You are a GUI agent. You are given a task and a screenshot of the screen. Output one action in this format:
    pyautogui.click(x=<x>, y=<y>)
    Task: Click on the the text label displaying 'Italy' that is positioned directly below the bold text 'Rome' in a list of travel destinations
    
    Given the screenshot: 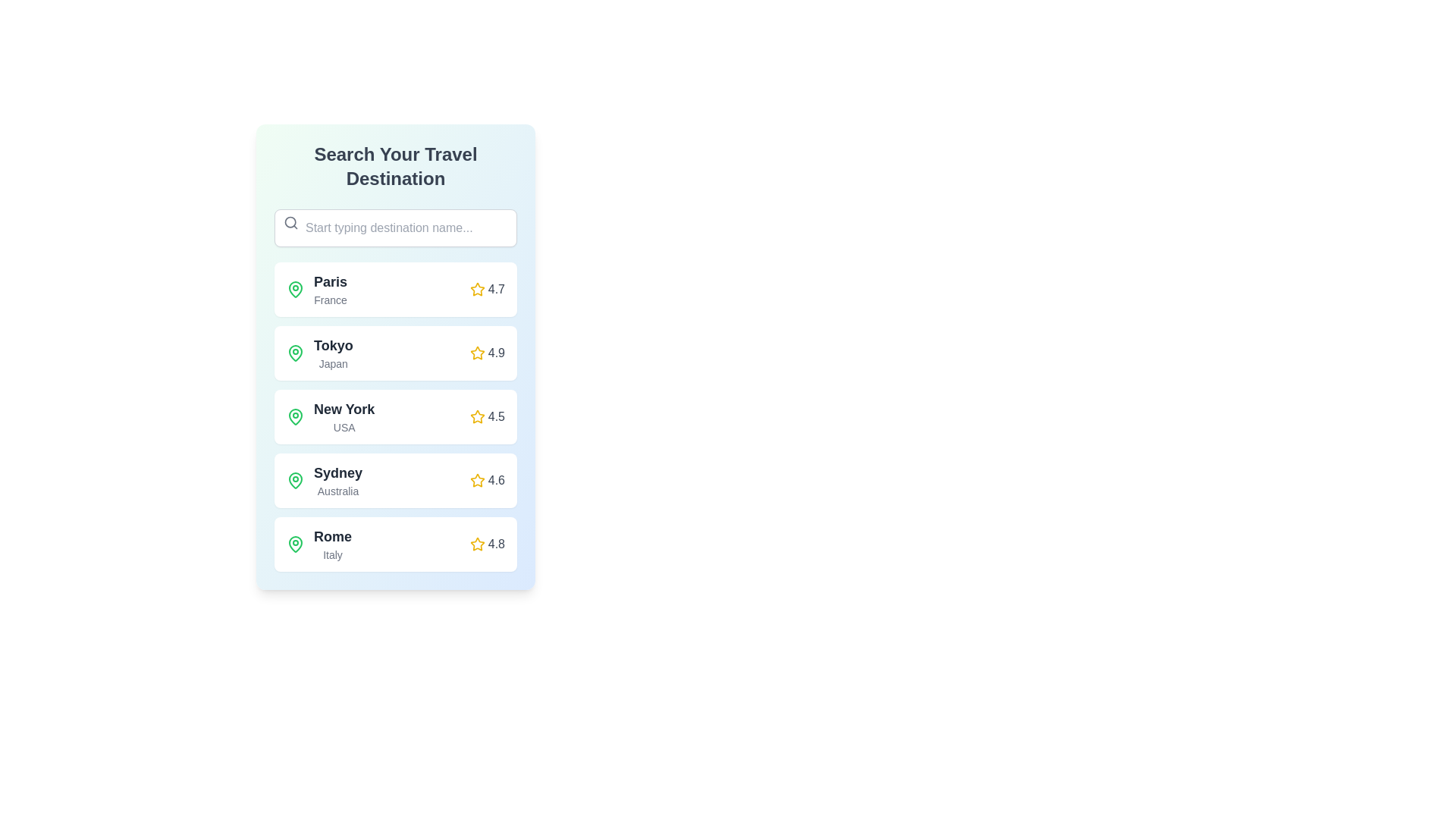 What is the action you would take?
    pyautogui.click(x=332, y=555)
    